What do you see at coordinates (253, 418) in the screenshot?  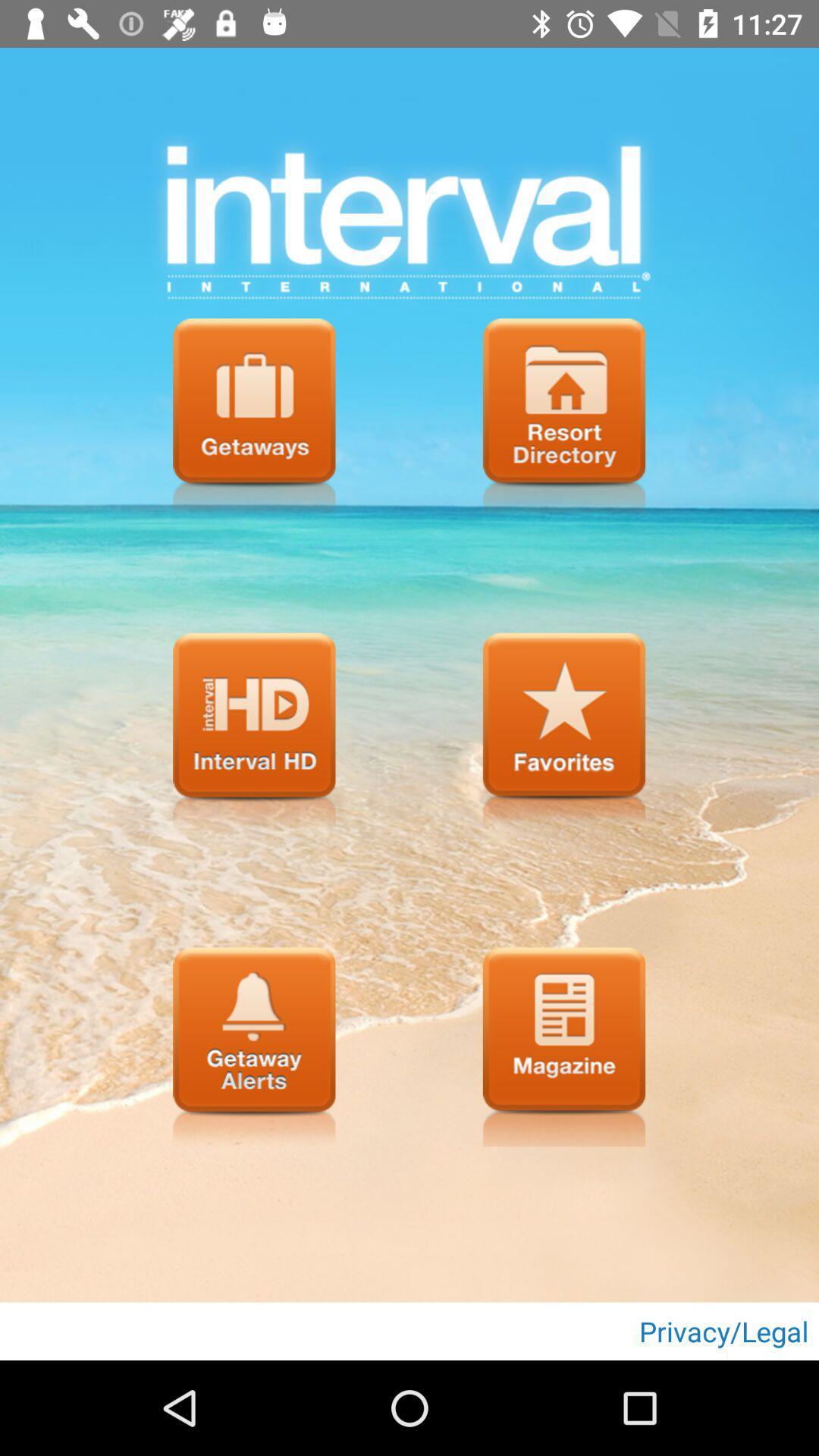 I see `menu page` at bounding box center [253, 418].